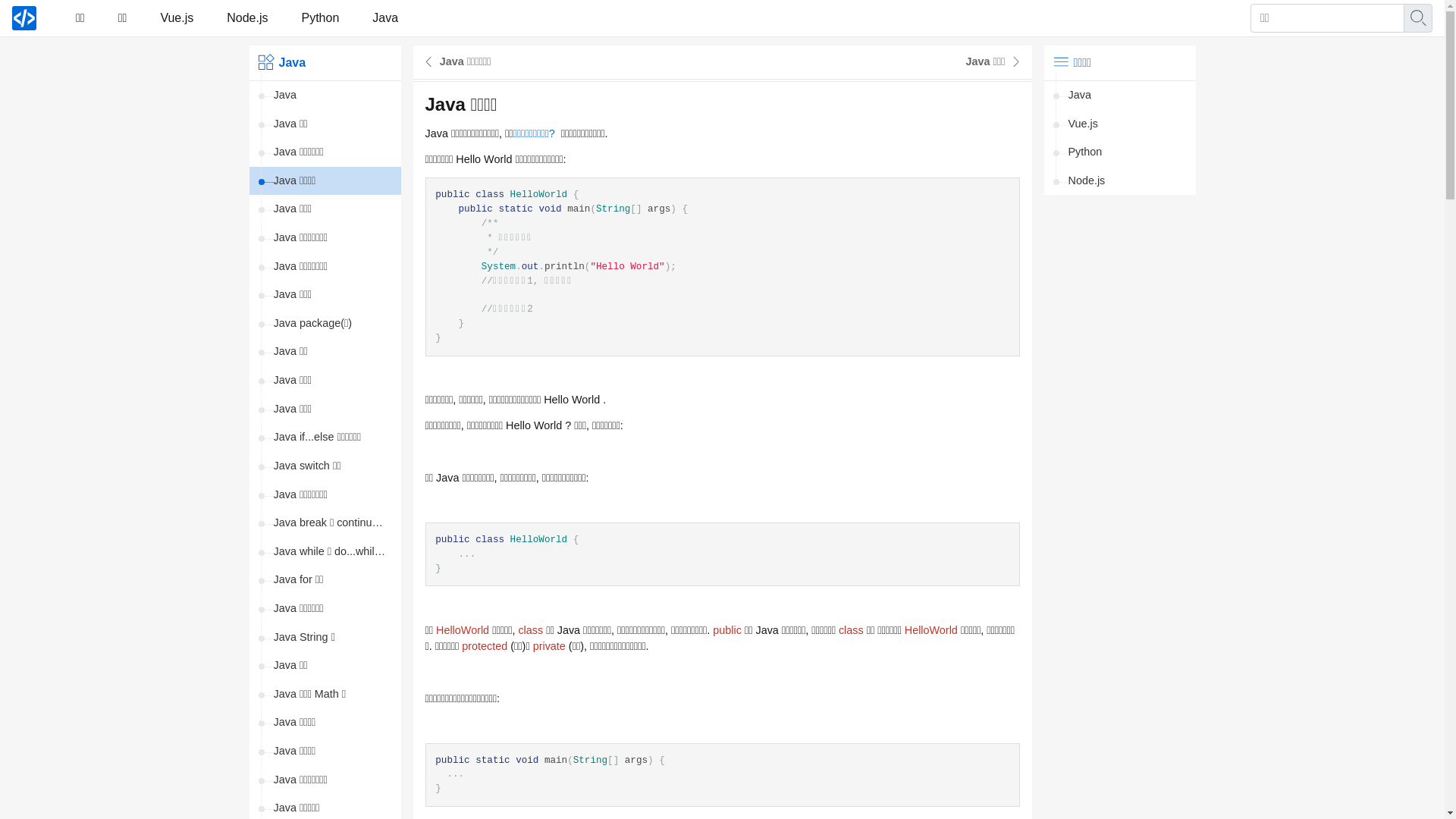 This screenshot has height=819, width=1456. I want to click on 'Java', so click(261, 96).